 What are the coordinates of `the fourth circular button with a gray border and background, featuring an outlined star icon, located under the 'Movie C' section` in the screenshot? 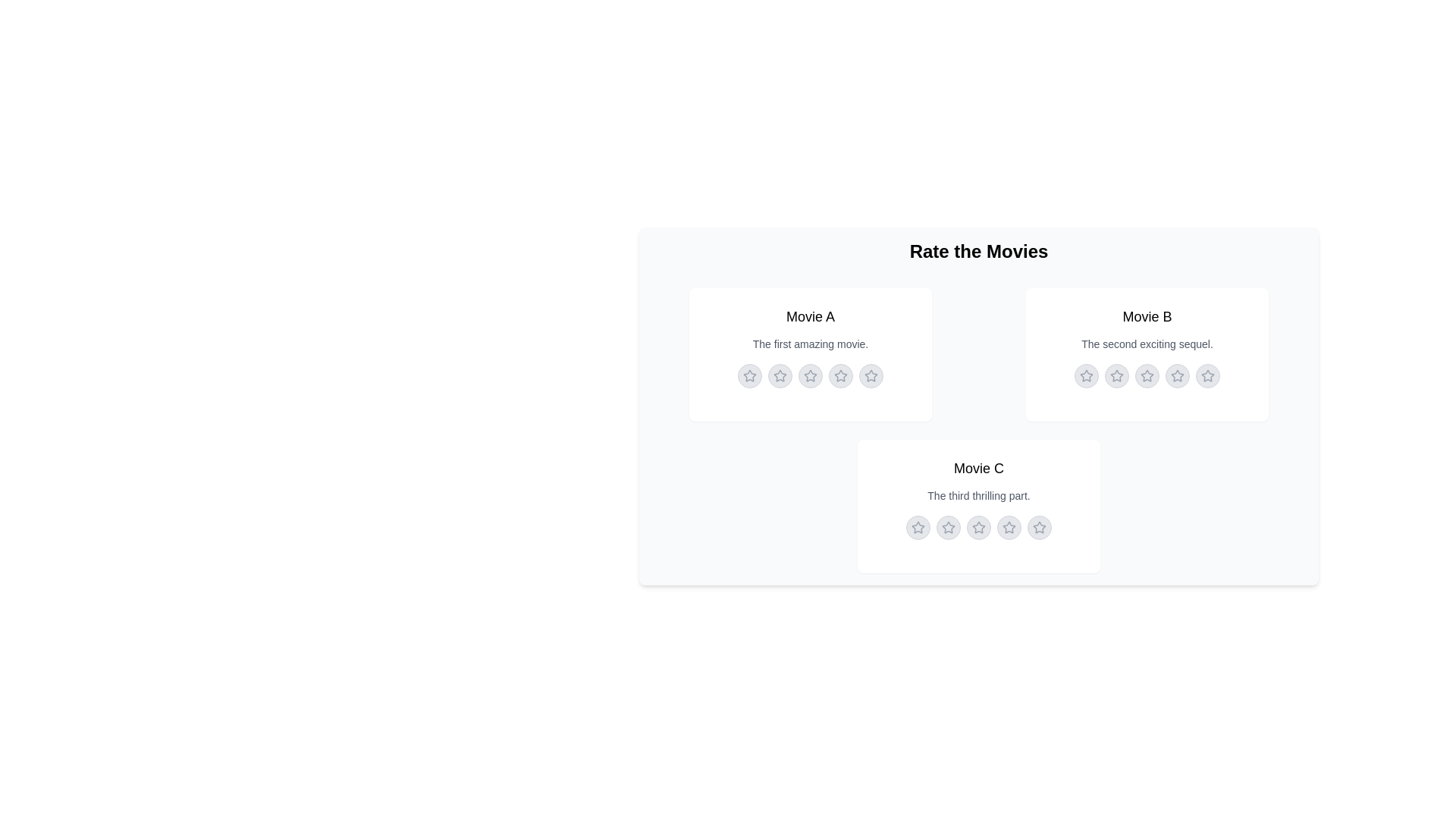 It's located at (1009, 526).